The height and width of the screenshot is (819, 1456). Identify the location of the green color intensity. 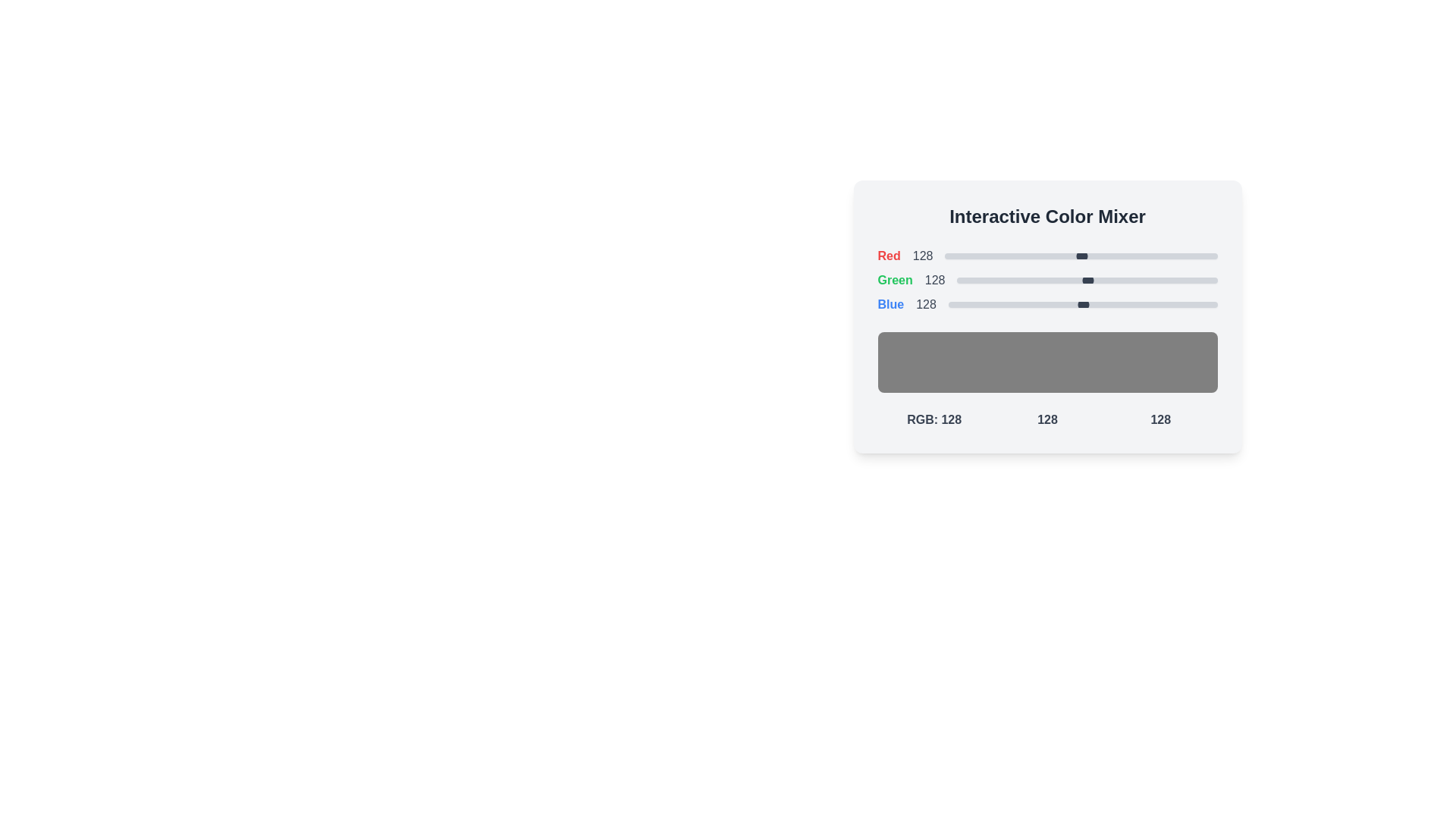
(1115, 281).